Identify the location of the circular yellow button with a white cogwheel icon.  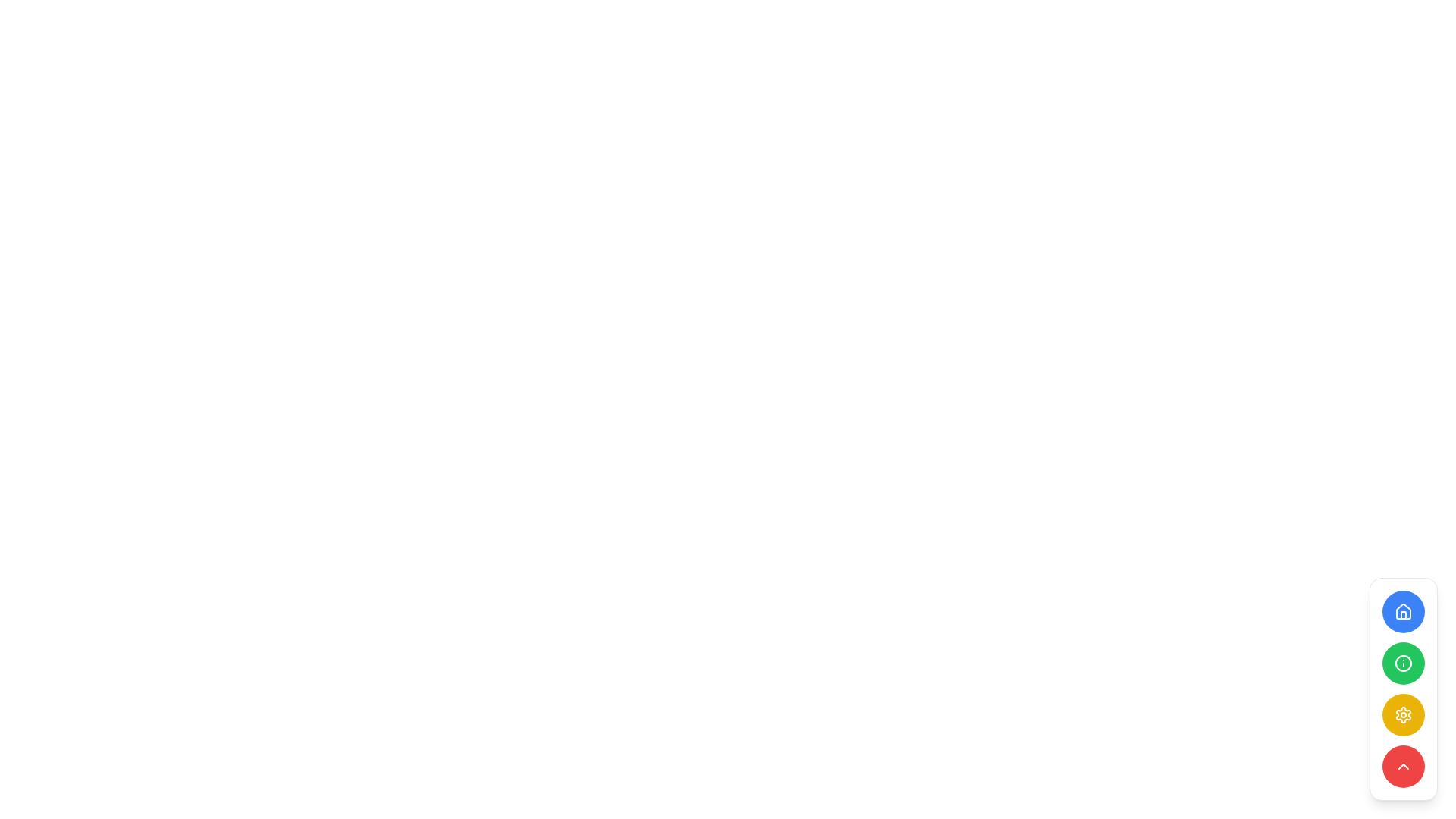
(1403, 714).